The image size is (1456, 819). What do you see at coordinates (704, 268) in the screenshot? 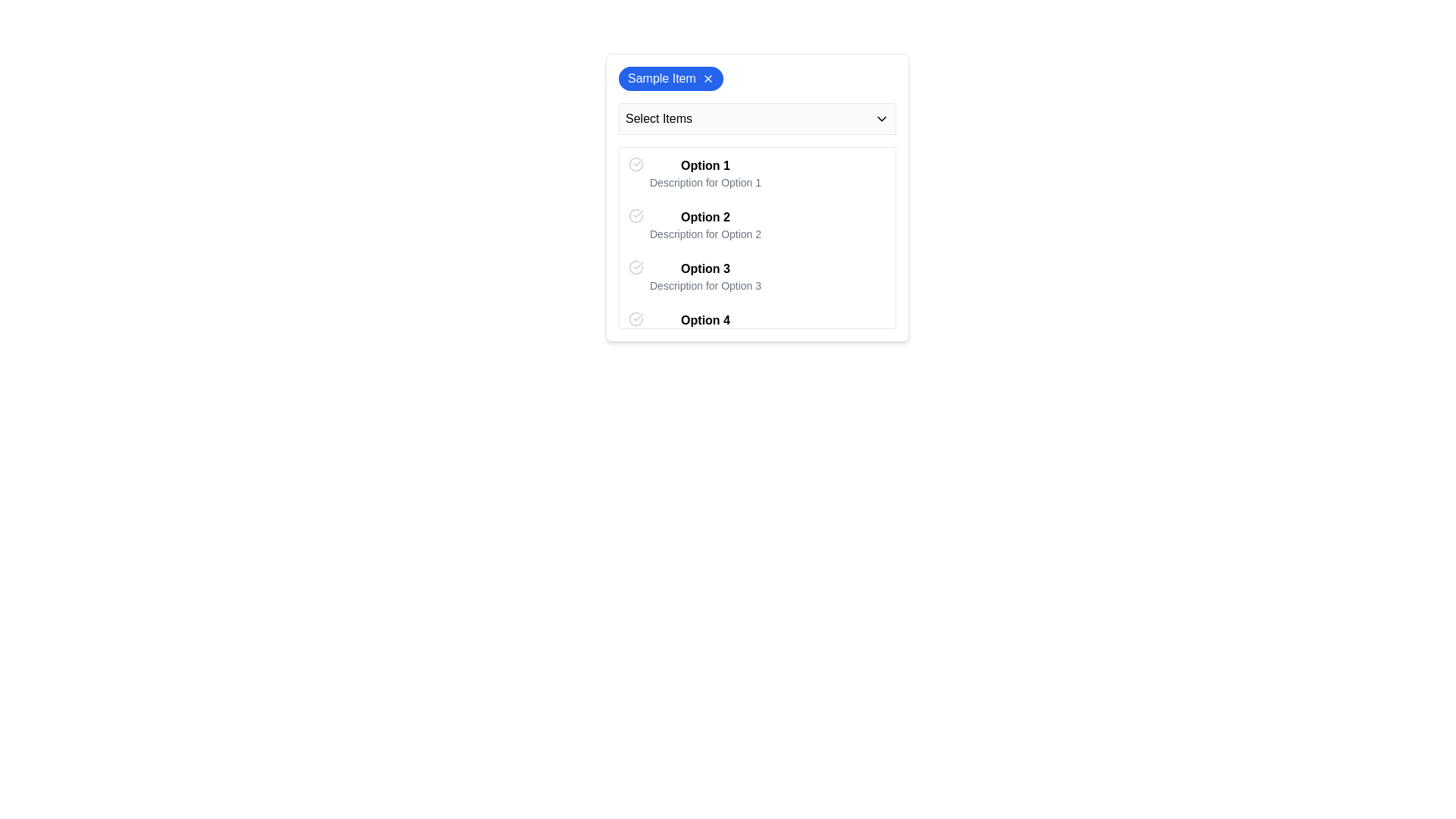
I see `text of the label 'Option 3' which is the third selectable option in the dropdown menu` at bounding box center [704, 268].